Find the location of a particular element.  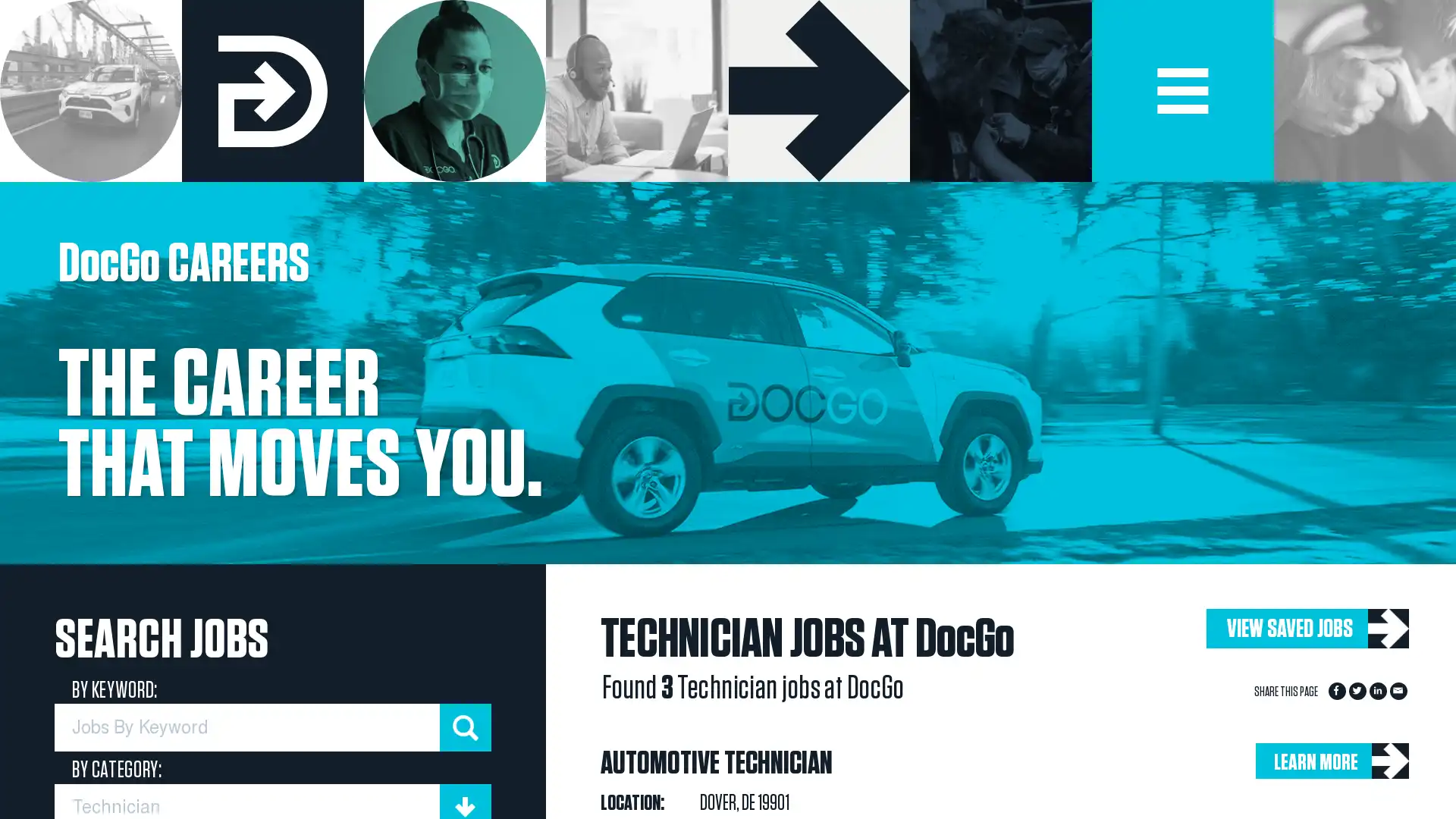

Share to Twitter is located at coordinates (1357, 690).